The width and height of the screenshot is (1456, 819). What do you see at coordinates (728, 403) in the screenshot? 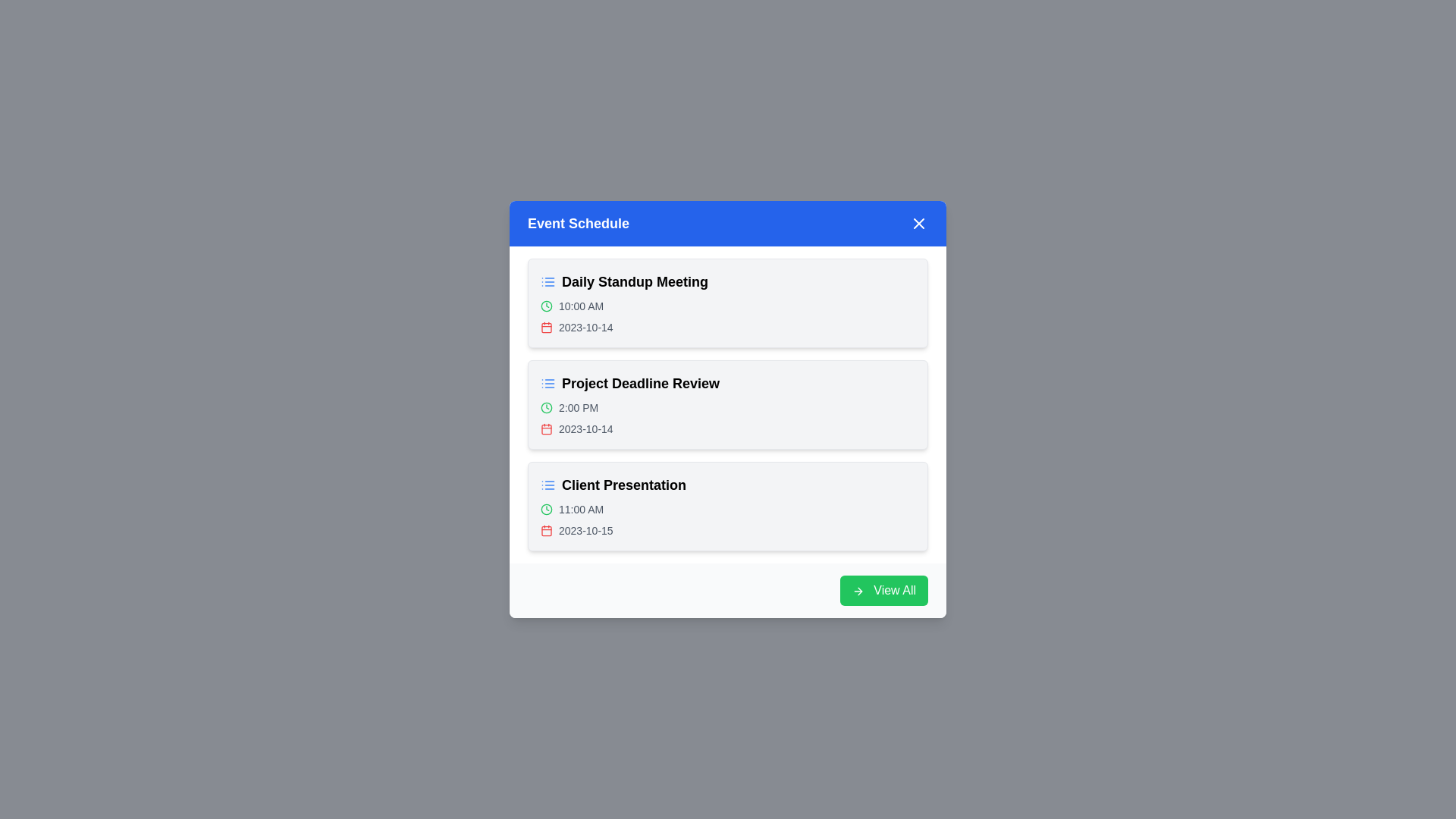
I see `the second Card item in the 'Event Schedule' modal, which displays 'Project Deadline Review' with associated icons and time details` at bounding box center [728, 403].